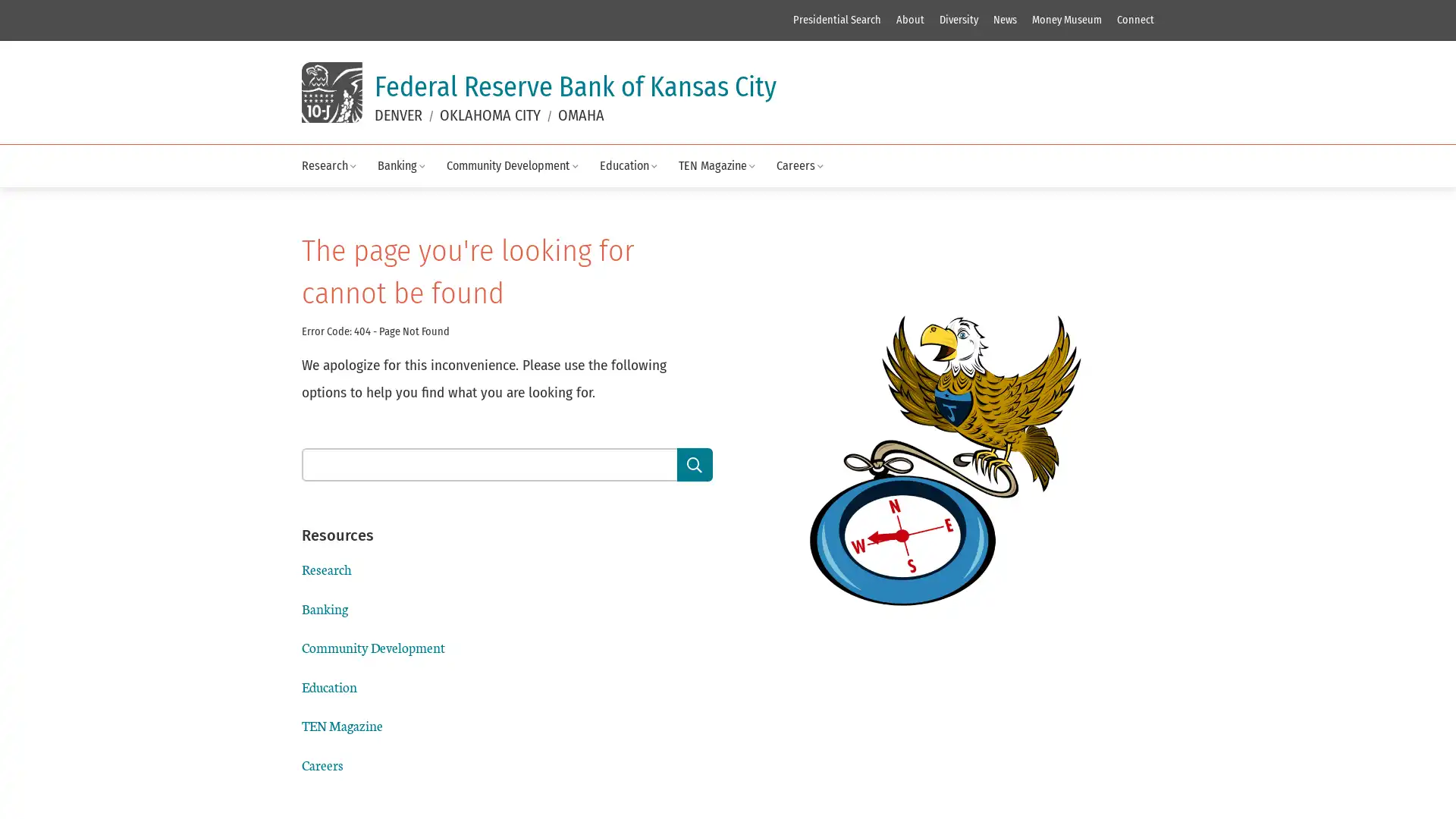 The width and height of the screenshot is (1456, 819). Describe the element at coordinates (628, 165) in the screenshot. I see `Education` at that location.